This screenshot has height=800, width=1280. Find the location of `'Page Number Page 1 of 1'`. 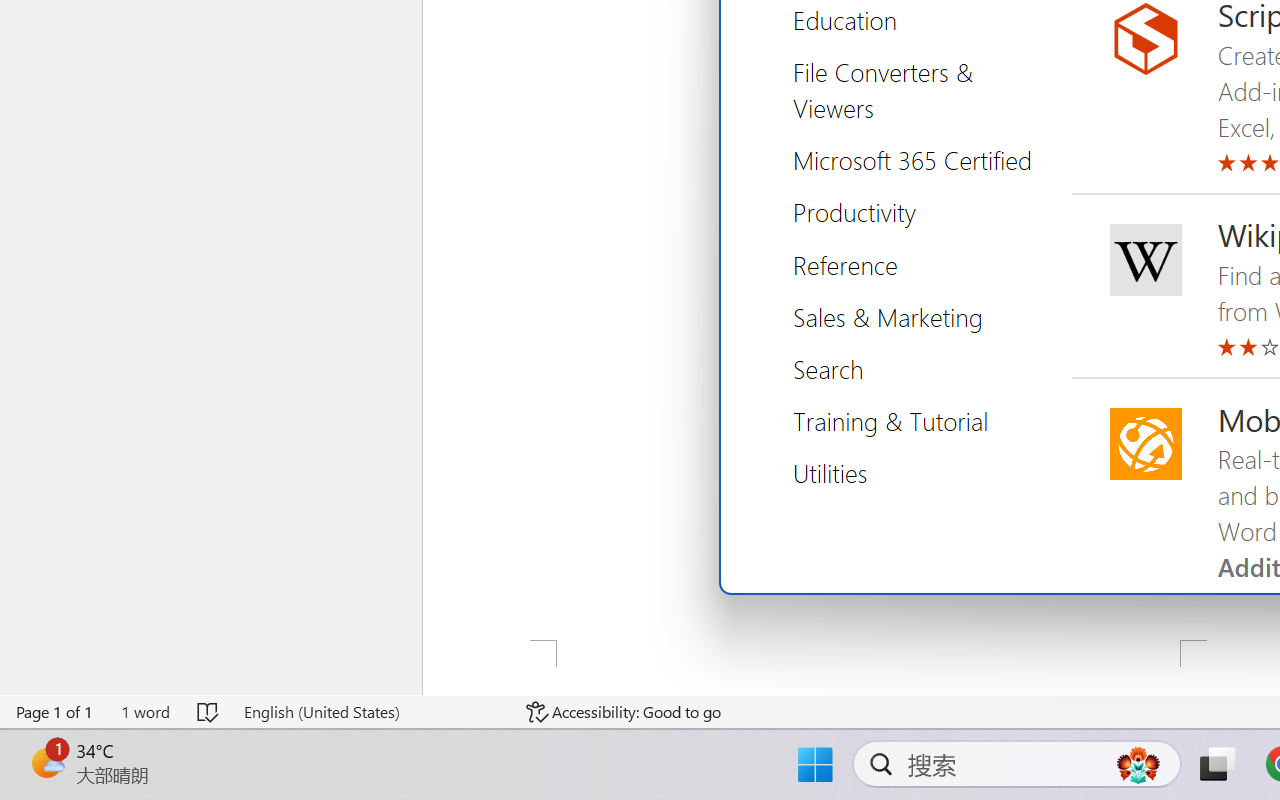

'Page Number Page 1 of 1' is located at coordinates (55, 711).